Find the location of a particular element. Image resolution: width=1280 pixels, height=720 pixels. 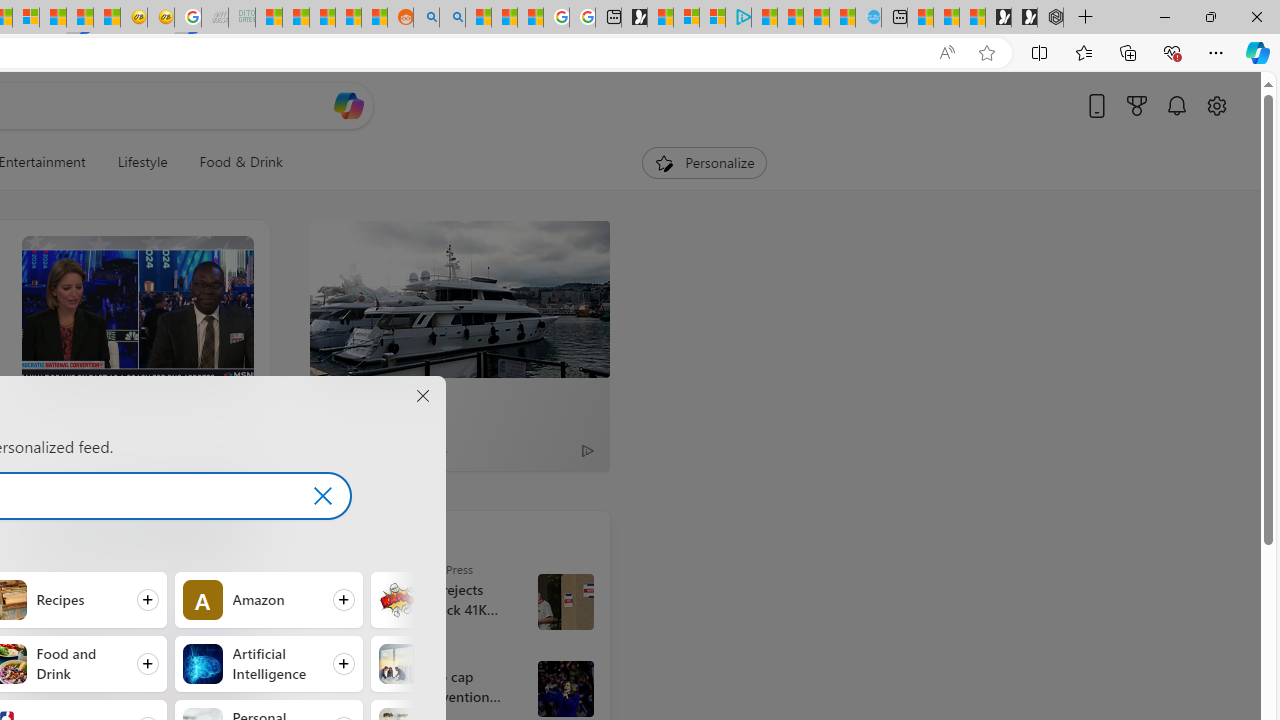

'Food & Drink' is located at coordinates (240, 162).